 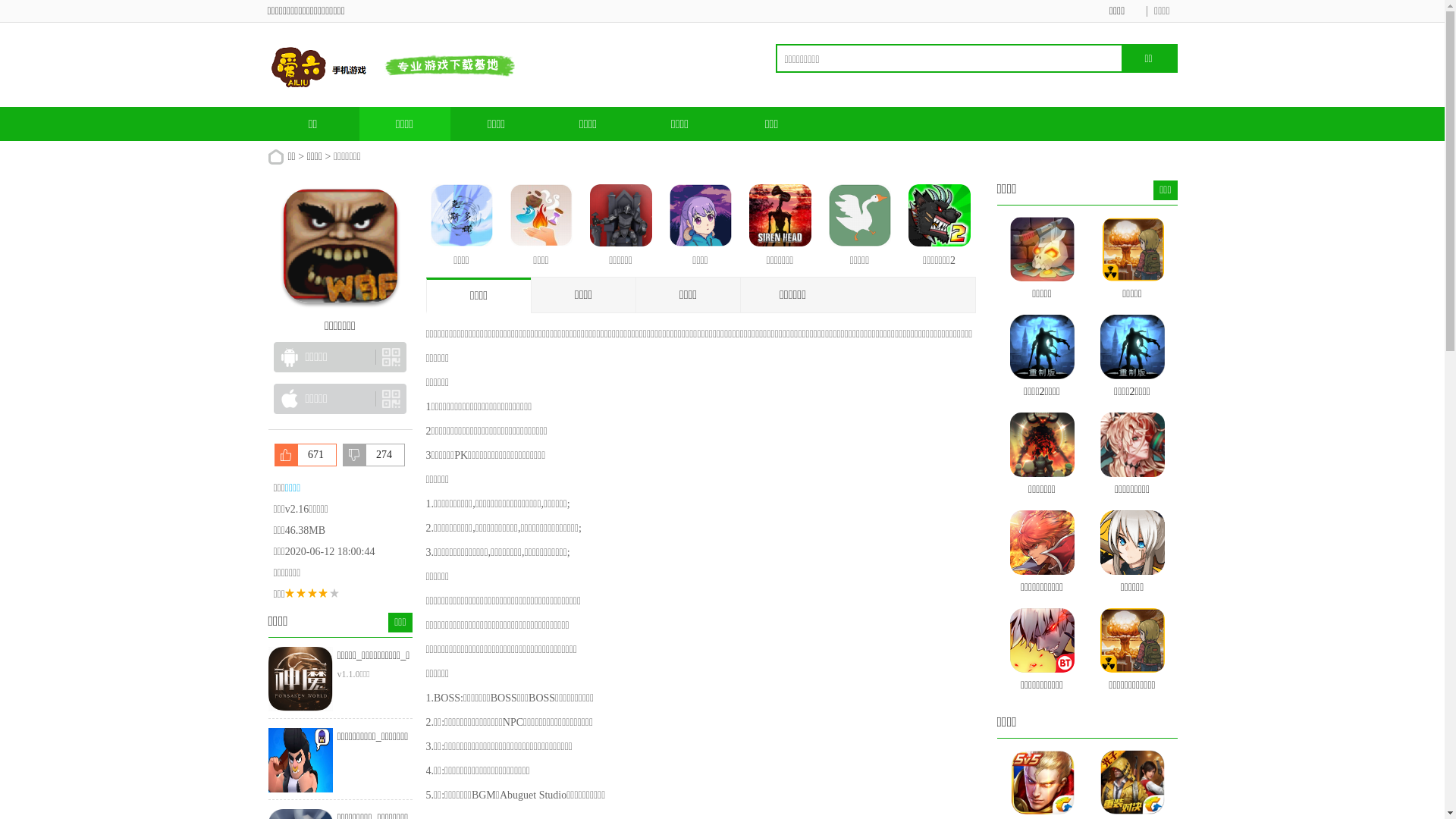 I want to click on '274', so click(x=374, y=454).